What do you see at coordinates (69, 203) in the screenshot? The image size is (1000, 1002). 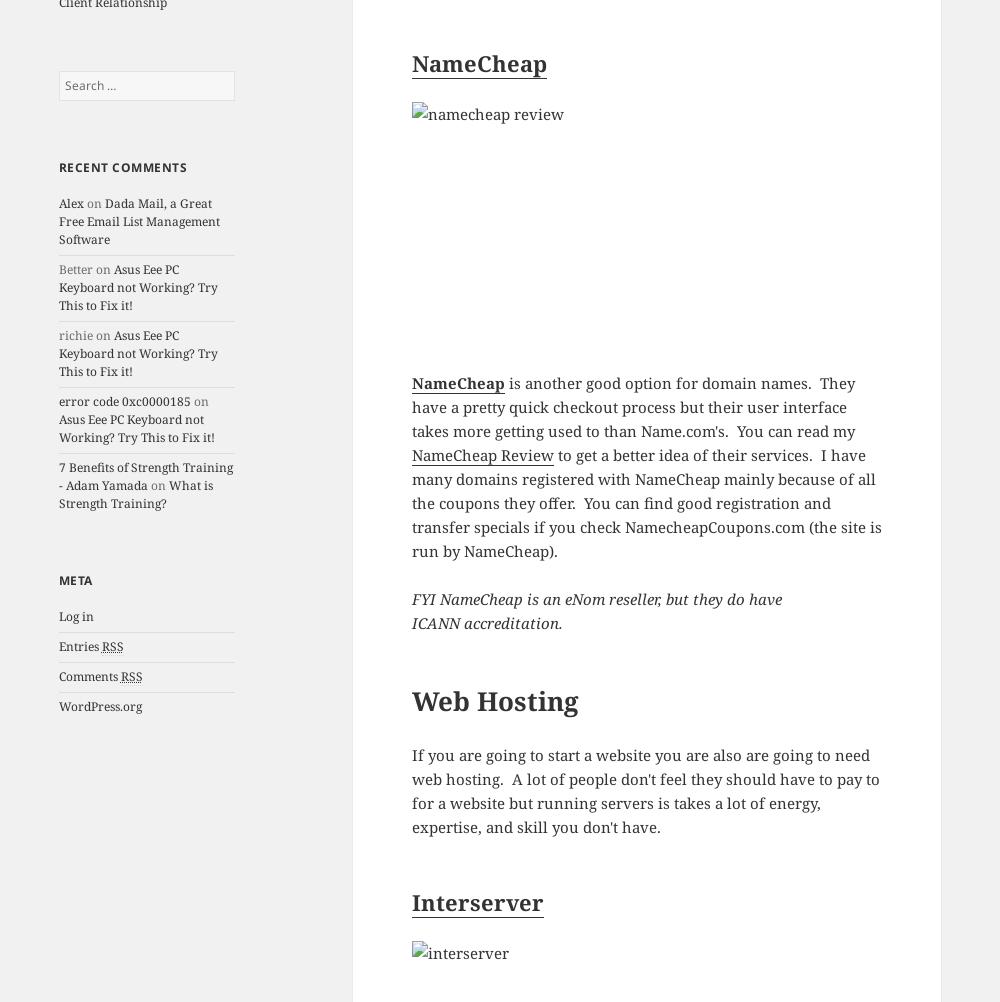 I see `'Alex'` at bounding box center [69, 203].